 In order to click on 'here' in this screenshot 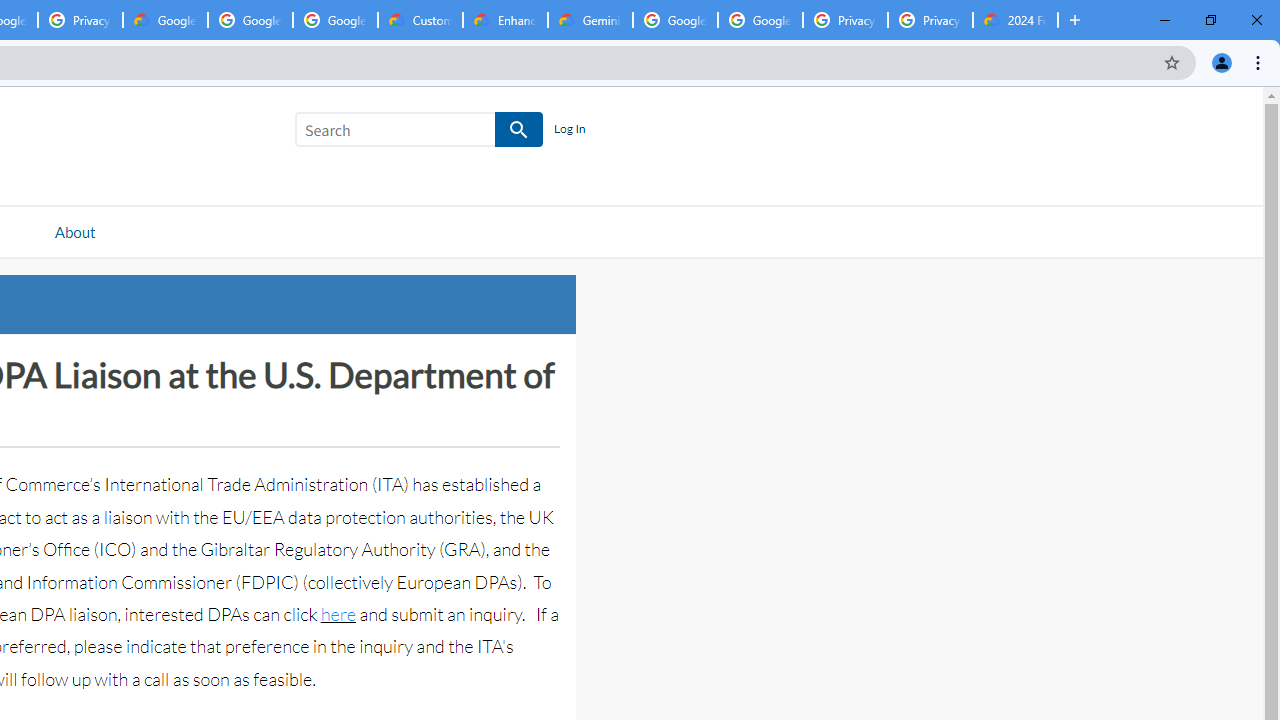, I will do `click(337, 613)`.